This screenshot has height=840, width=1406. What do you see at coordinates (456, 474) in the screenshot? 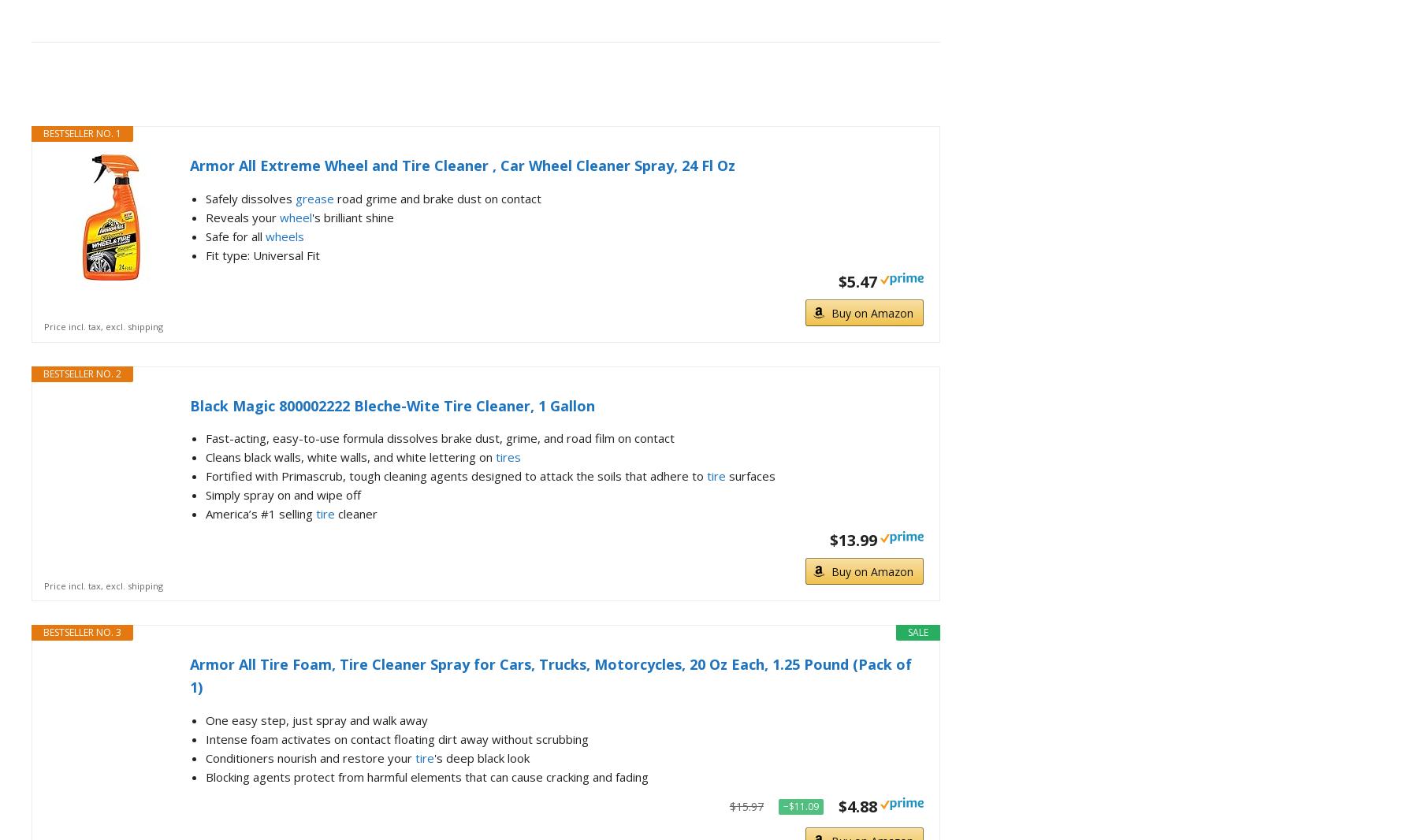
I see `'Fortified with Primascrub, tough cleaning agents designed to attack the soils that adhere to'` at bounding box center [456, 474].